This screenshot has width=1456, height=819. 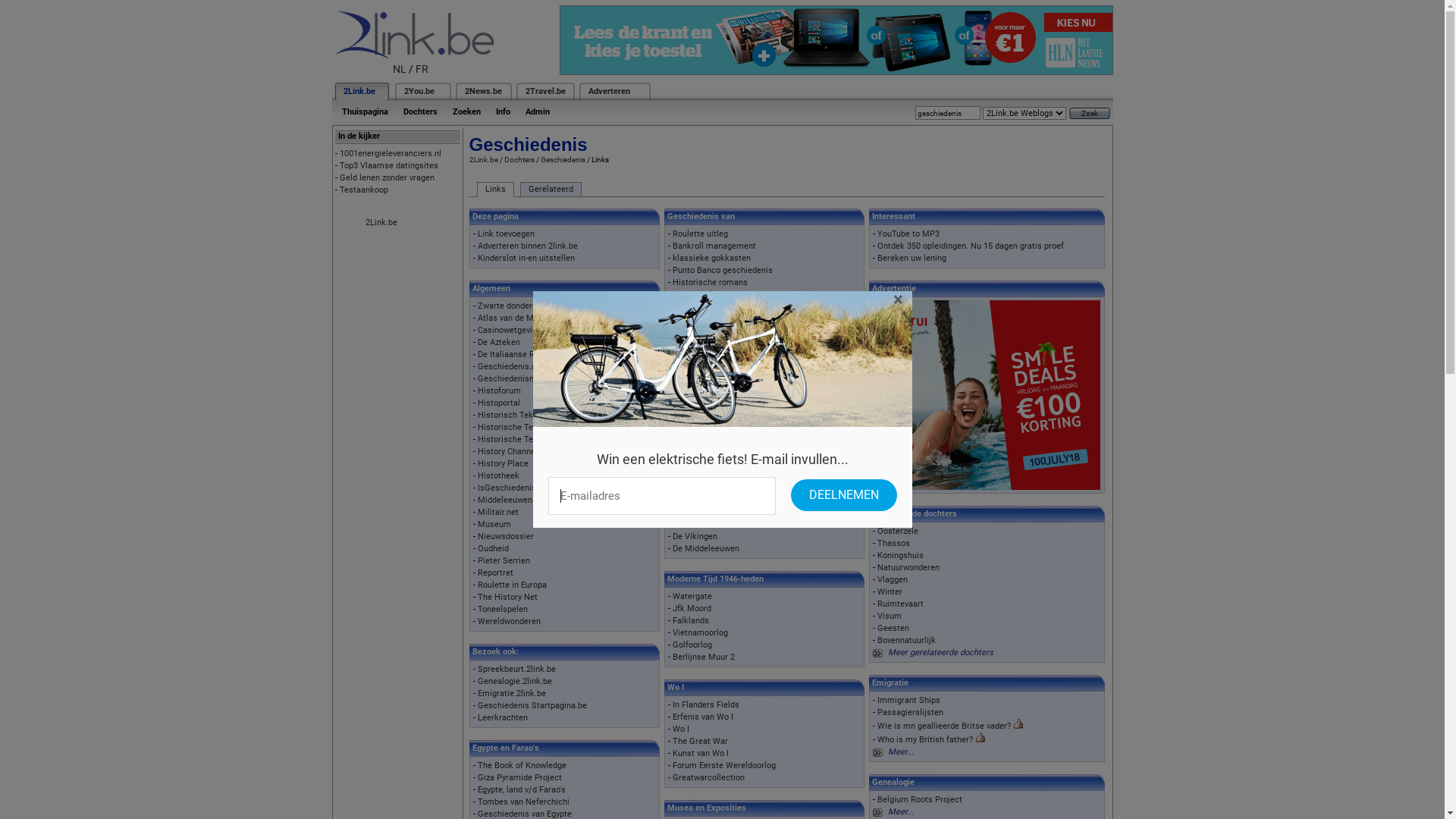 What do you see at coordinates (877, 640) in the screenshot?
I see `'Bovennatuurlijk'` at bounding box center [877, 640].